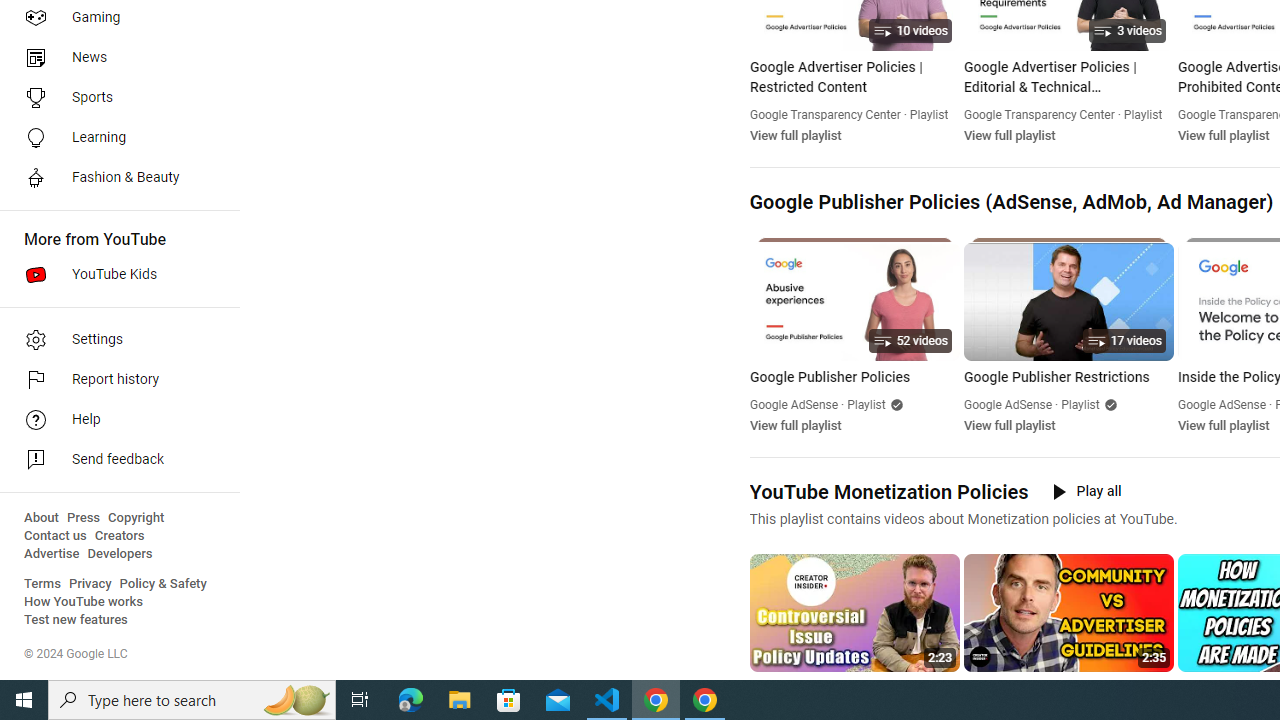  Describe the element at coordinates (1079, 405) in the screenshot. I see `'Playlist'` at that location.